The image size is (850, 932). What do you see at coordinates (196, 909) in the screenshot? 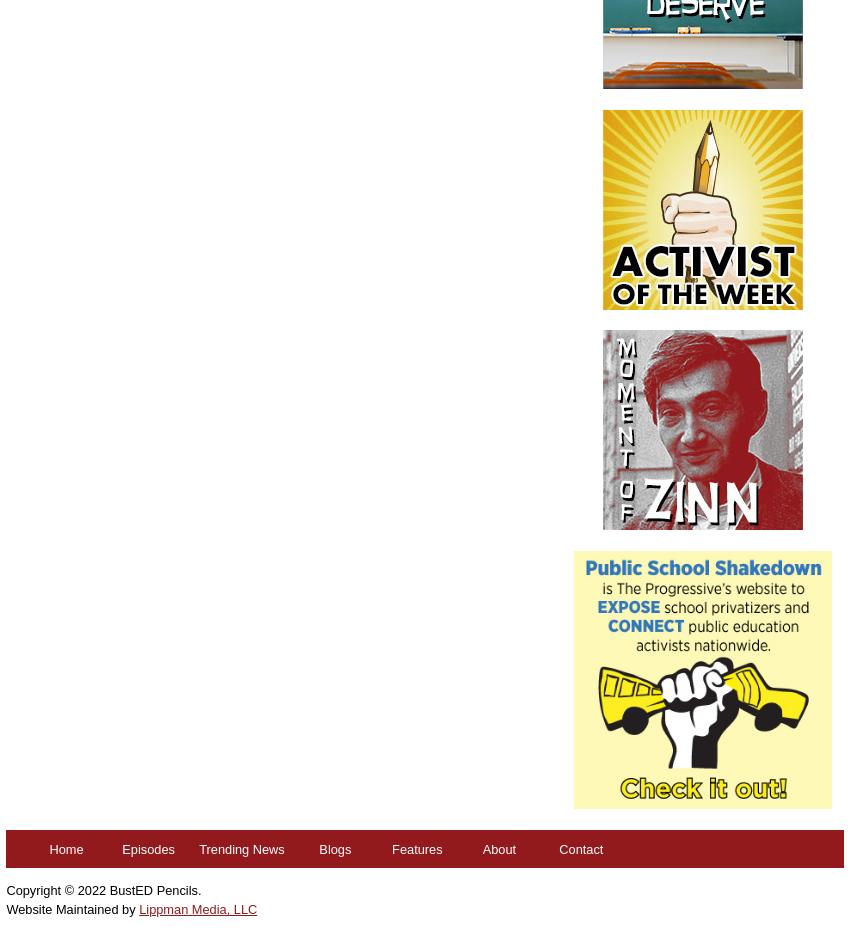
I see `'Lippman Media, LLC'` at bounding box center [196, 909].